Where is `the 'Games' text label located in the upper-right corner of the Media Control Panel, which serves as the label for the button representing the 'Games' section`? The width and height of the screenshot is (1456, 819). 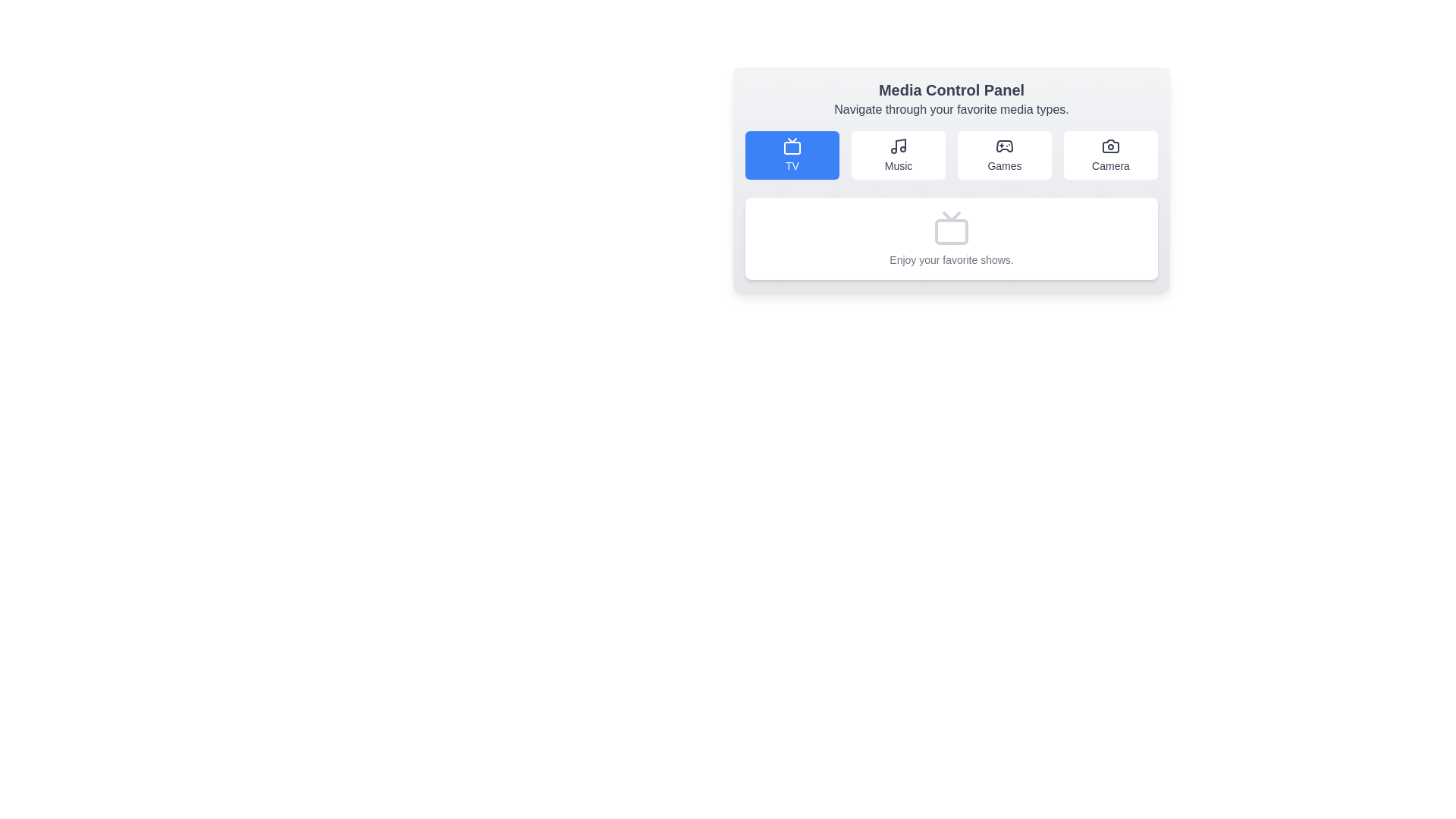
the 'Games' text label located in the upper-right corner of the Media Control Panel, which serves as the label for the button representing the 'Games' section is located at coordinates (1004, 166).